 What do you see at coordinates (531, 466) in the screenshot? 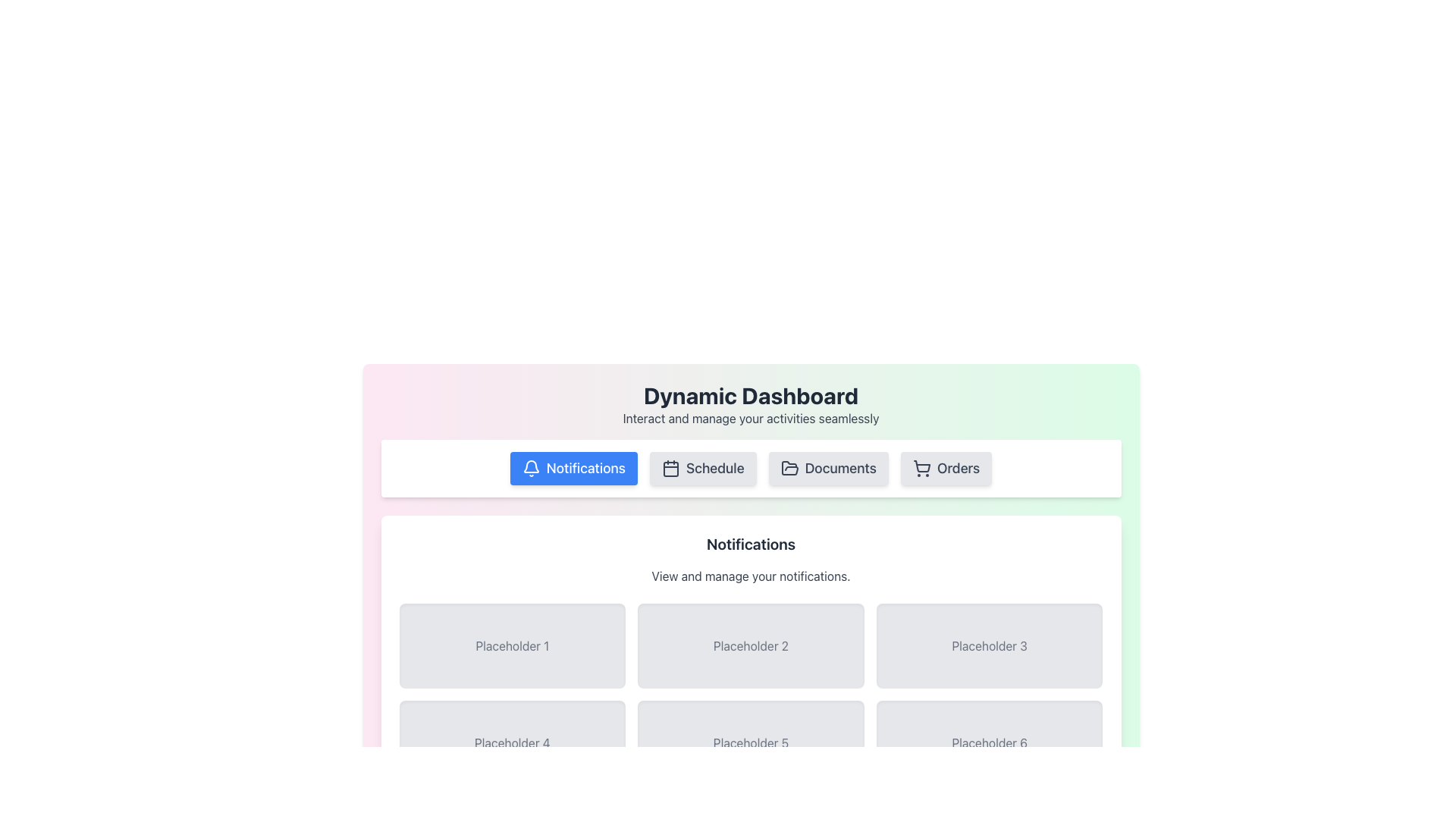
I see `the bell icon located in the 'Notifications' button in the navigation panel of the dashboard` at bounding box center [531, 466].